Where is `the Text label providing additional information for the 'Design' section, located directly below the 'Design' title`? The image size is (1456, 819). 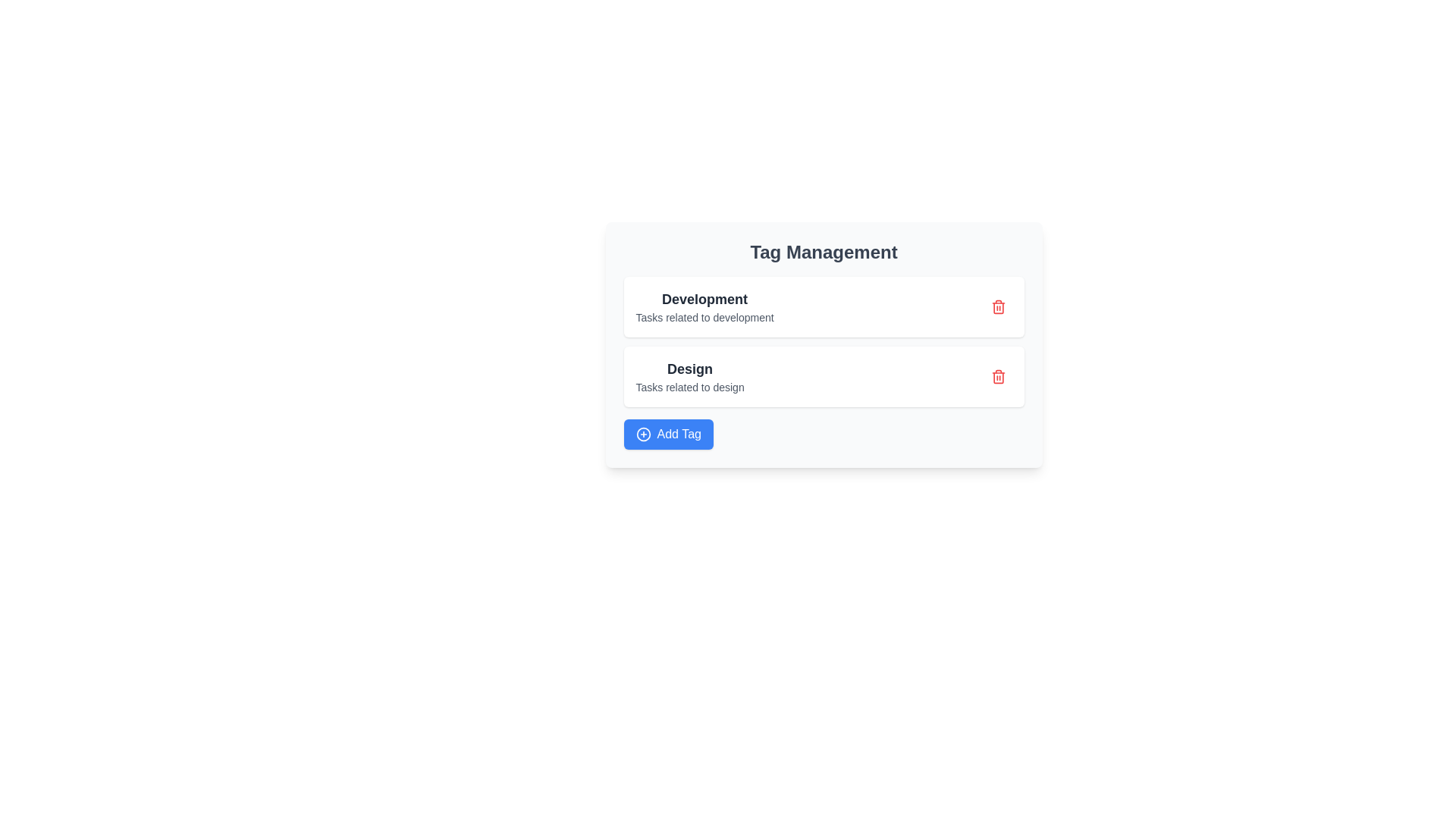
the Text label providing additional information for the 'Design' section, located directly below the 'Design' title is located at coordinates (689, 386).